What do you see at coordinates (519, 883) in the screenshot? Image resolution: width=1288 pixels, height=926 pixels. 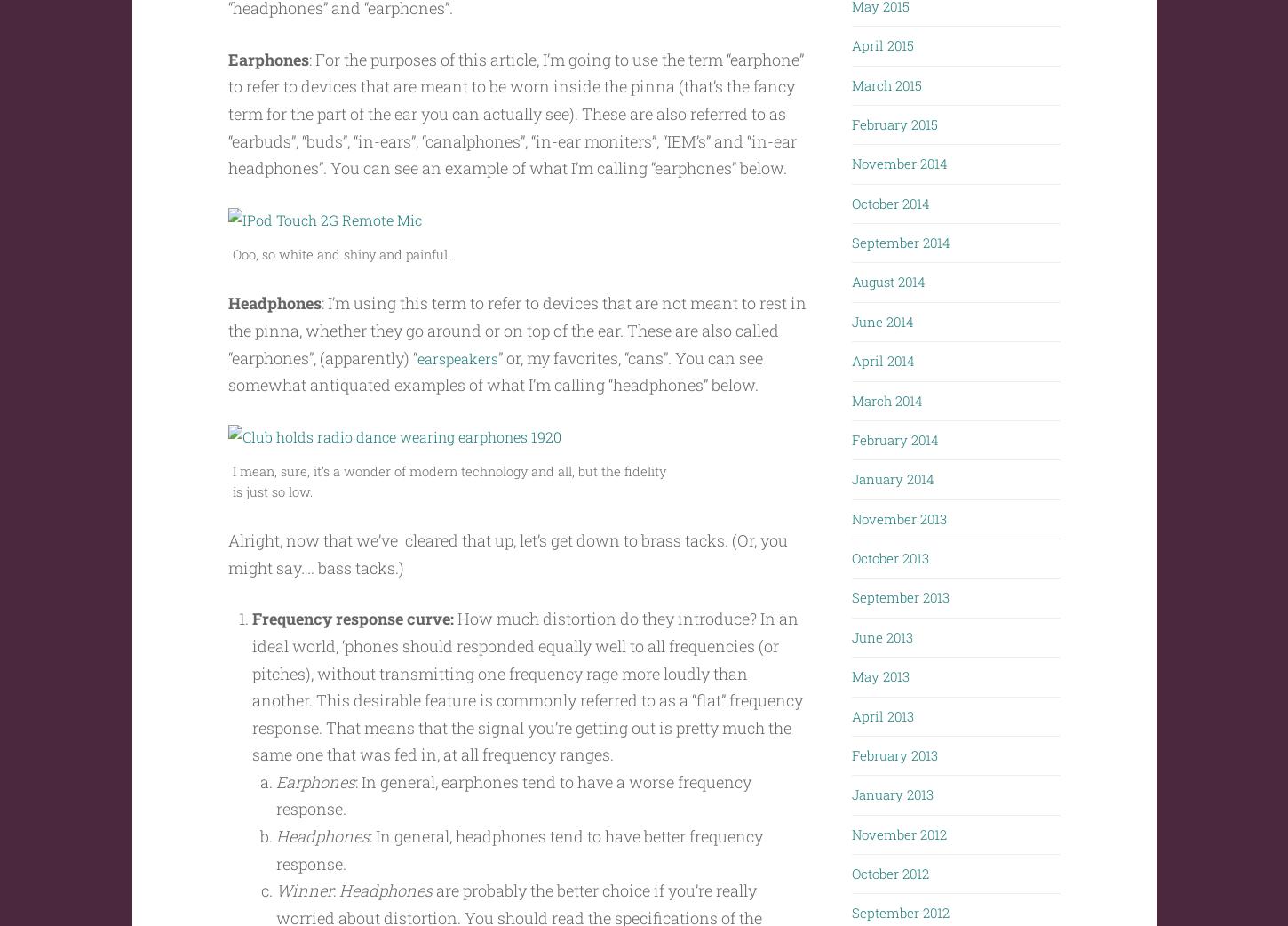 I see `': In general, headphones tend to have better frequency response.'` at bounding box center [519, 883].